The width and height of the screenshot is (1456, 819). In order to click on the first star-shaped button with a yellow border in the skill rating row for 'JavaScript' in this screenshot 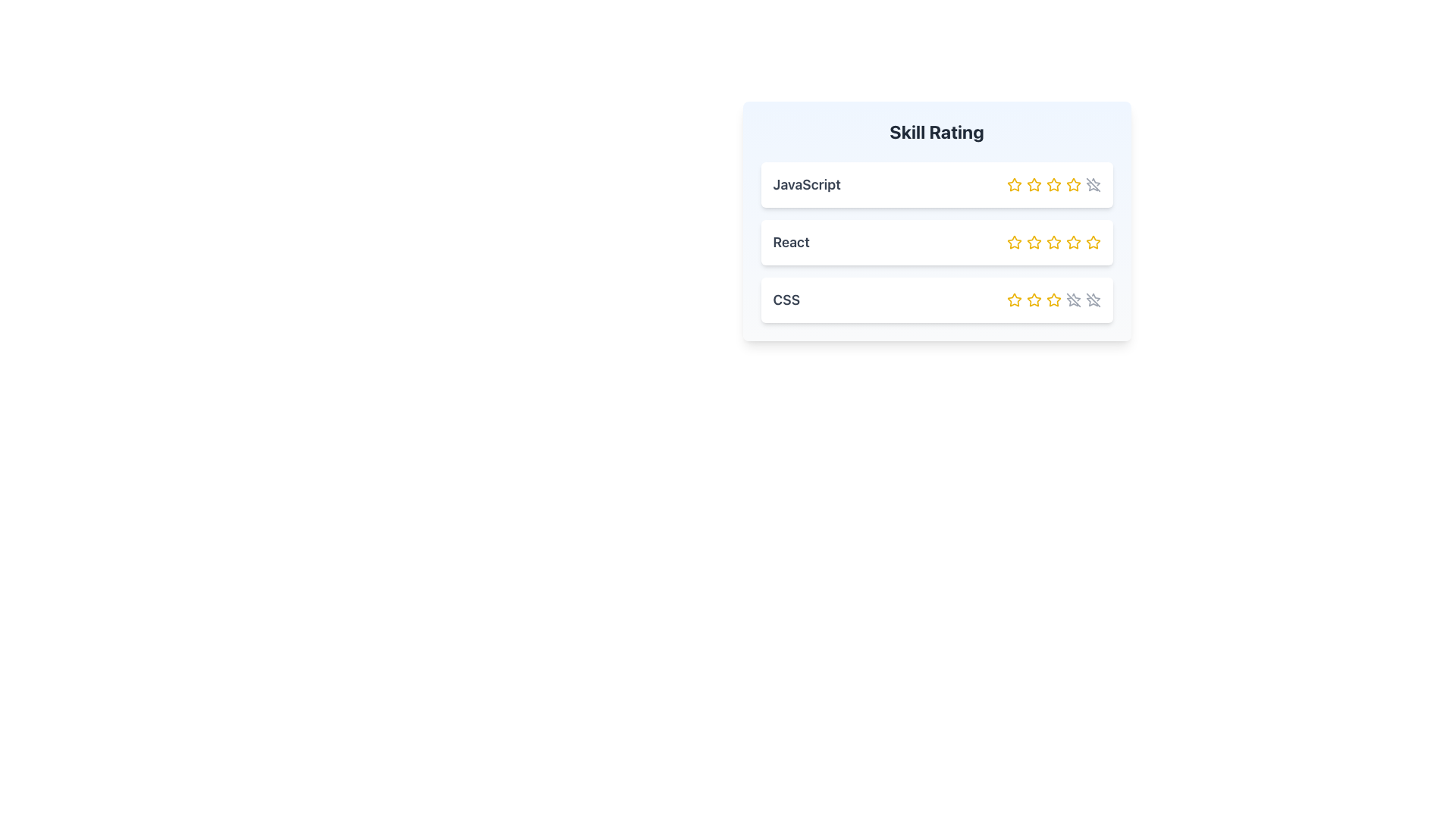, I will do `click(1014, 184)`.